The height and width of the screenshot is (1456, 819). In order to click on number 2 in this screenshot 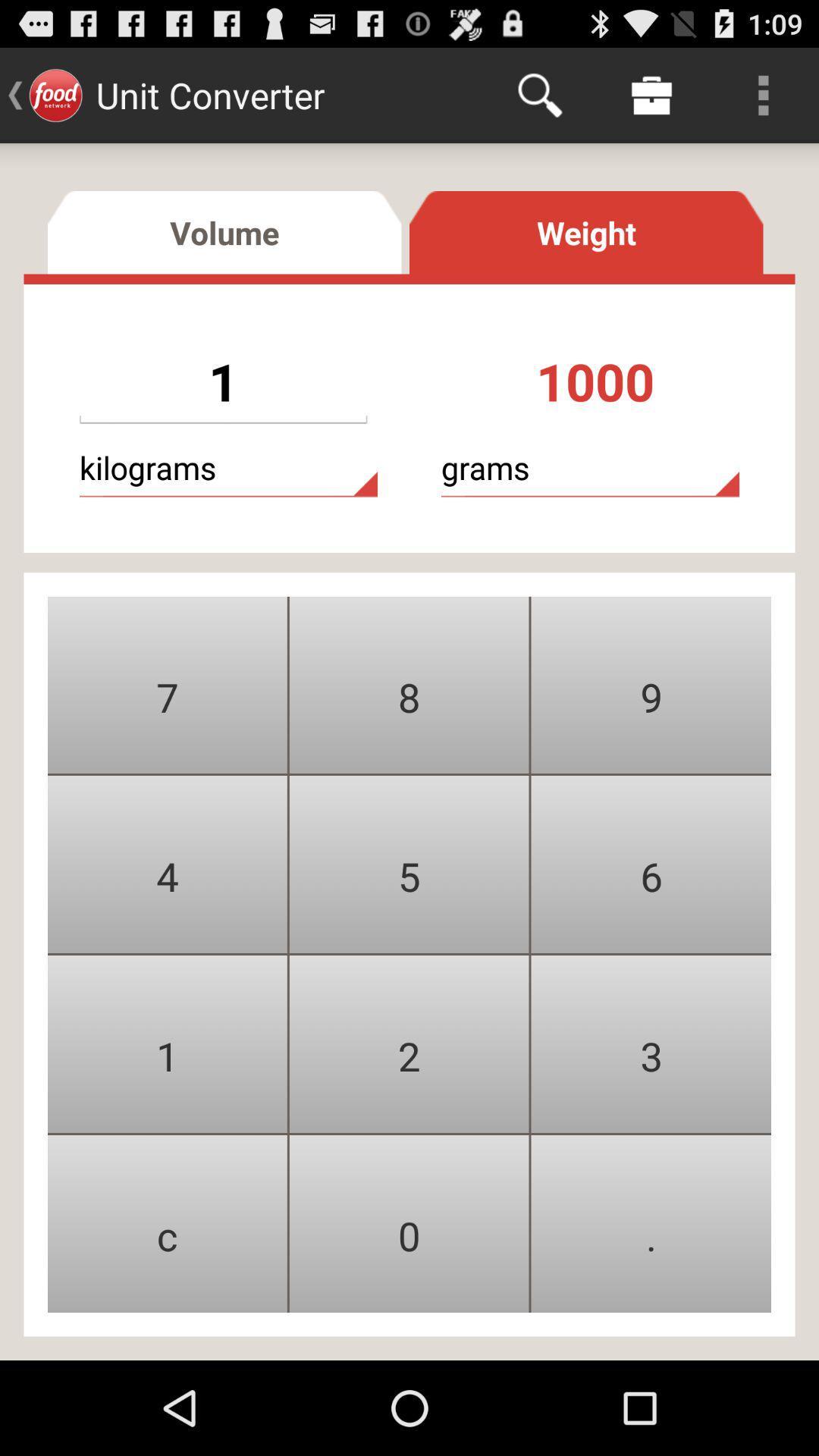, I will do `click(409, 1043)`.